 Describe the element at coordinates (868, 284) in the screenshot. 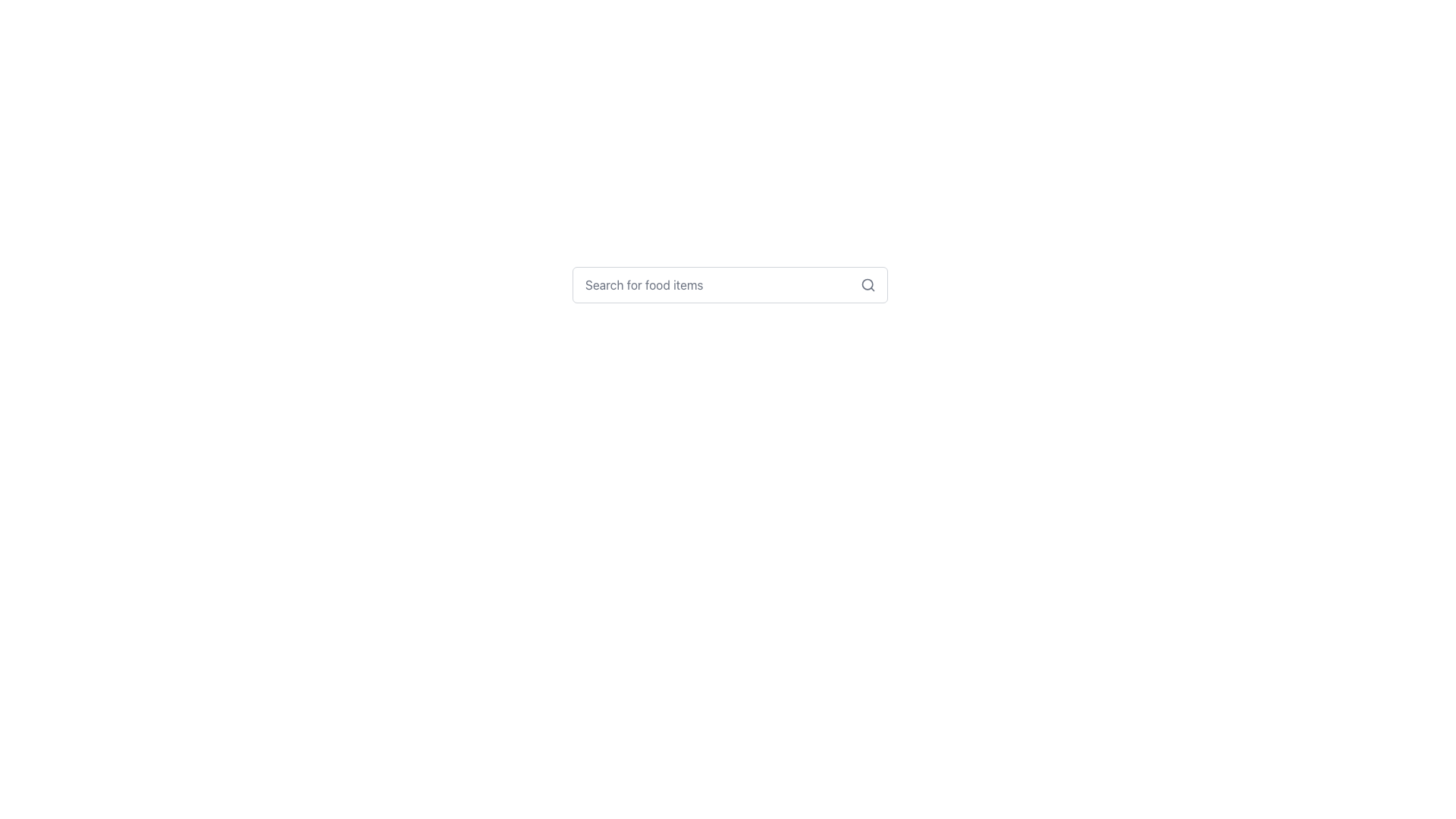

I see `the magnifying glass icon located in the right corner of the search bar input field` at that location.